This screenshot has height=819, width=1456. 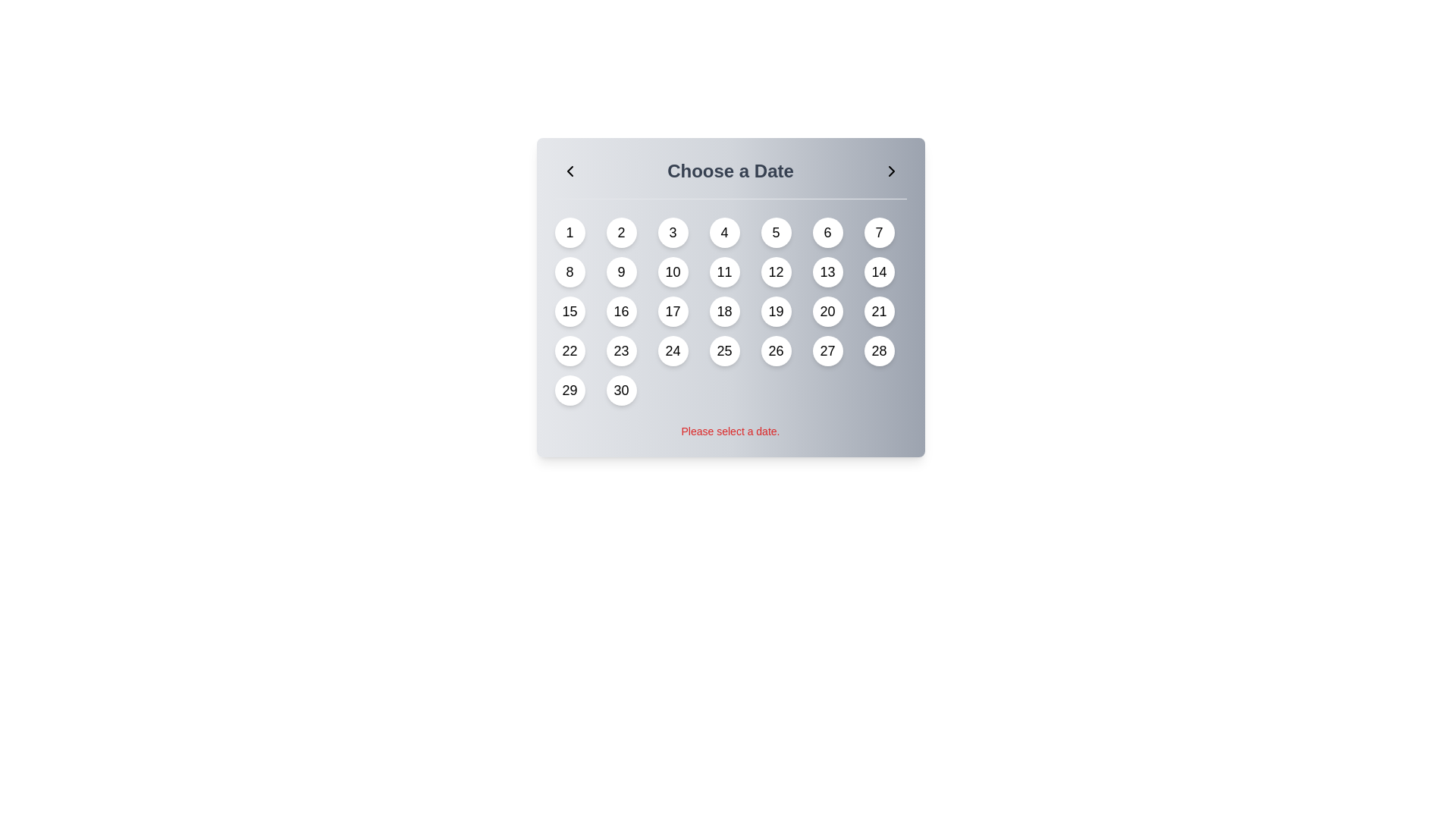 What do you see at coordinates (879, 233) in the screenshot?
I see `the button representing the day number '7' in the date picker interface` at bounding box center [879, 233].